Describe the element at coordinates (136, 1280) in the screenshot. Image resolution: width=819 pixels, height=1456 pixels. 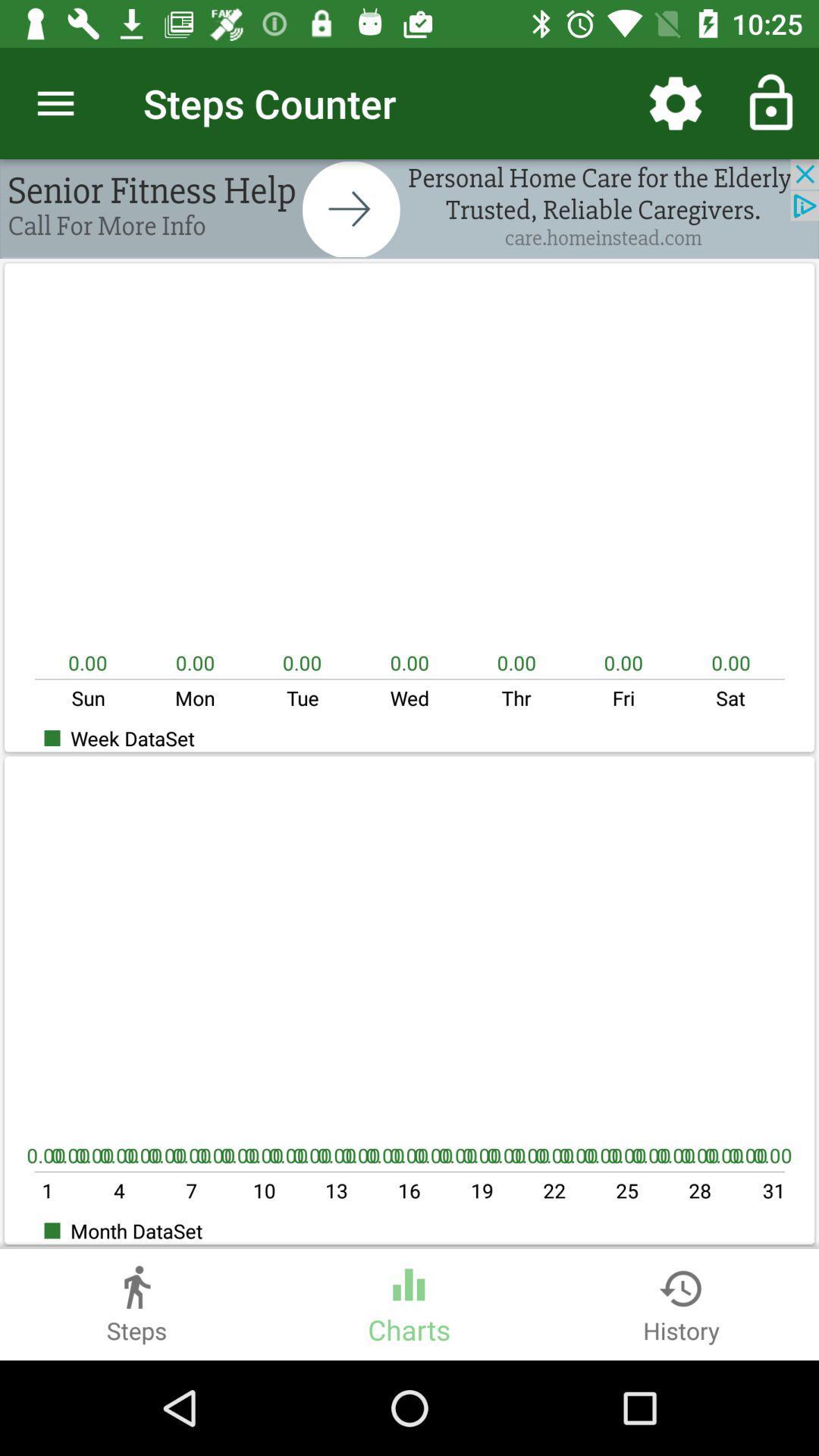
I see `the symbol which is immediately above steps` at that location.